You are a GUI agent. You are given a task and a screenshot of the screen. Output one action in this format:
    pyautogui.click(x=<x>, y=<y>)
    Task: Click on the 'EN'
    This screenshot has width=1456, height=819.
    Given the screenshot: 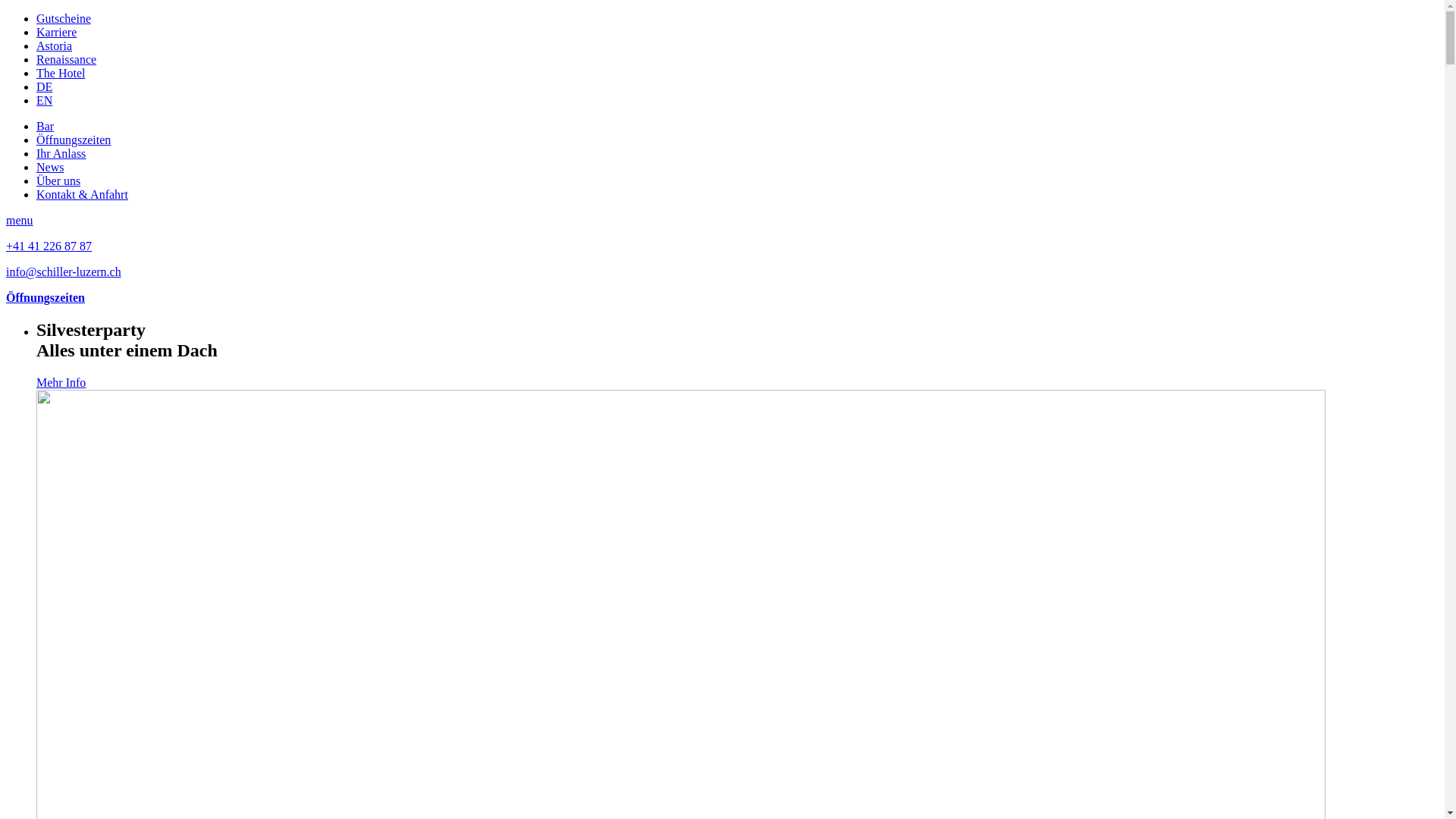 What is the action you would take?
    pyautogui.click(x=44, y=100)
    